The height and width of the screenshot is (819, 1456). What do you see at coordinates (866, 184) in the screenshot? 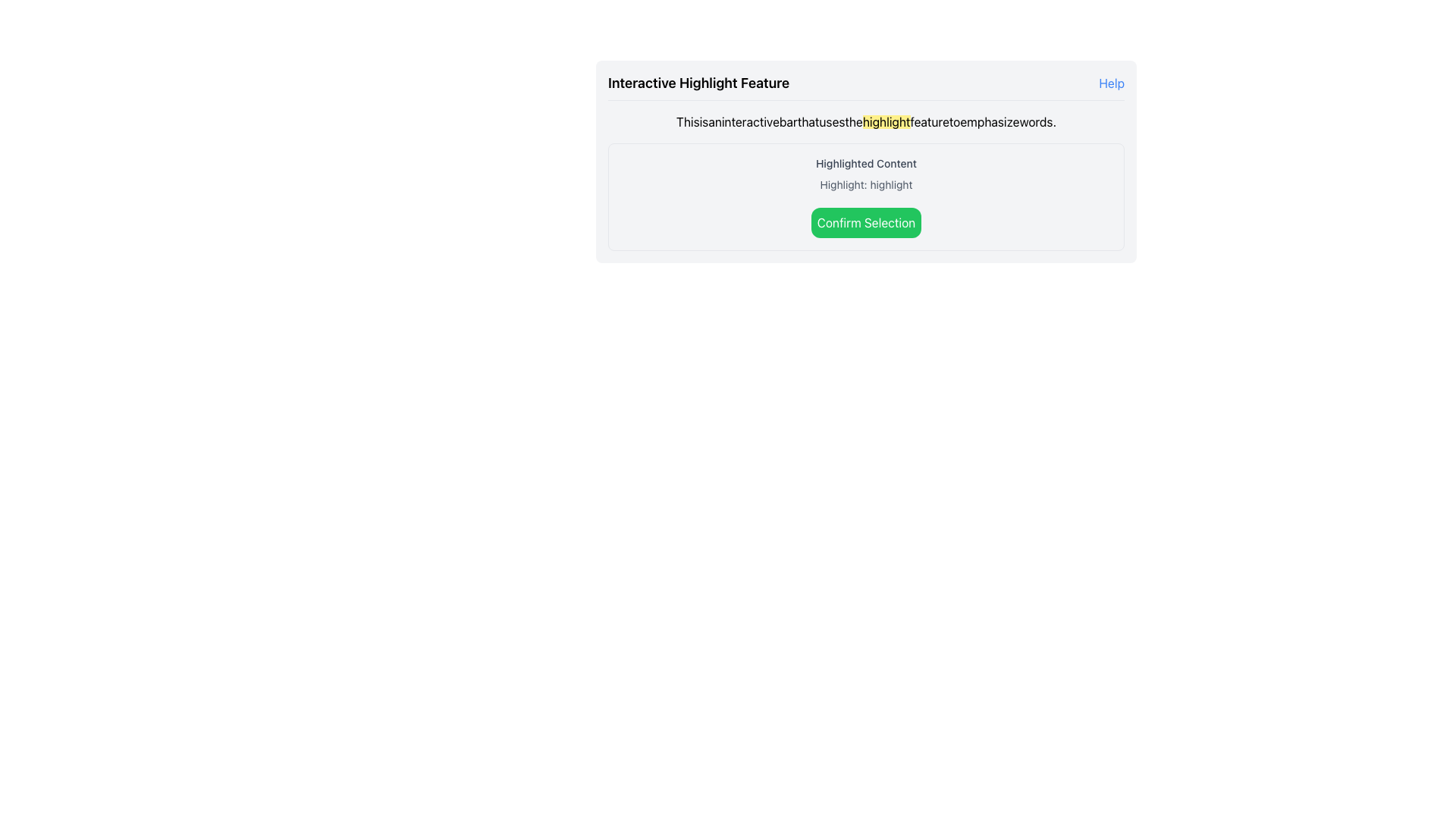
I see `the text label displaying 'Highlight: highlight', which is styled with a smaller font size and gray color, located beneath the 'Highlighted Content' title` at bounding box center [866, 184].